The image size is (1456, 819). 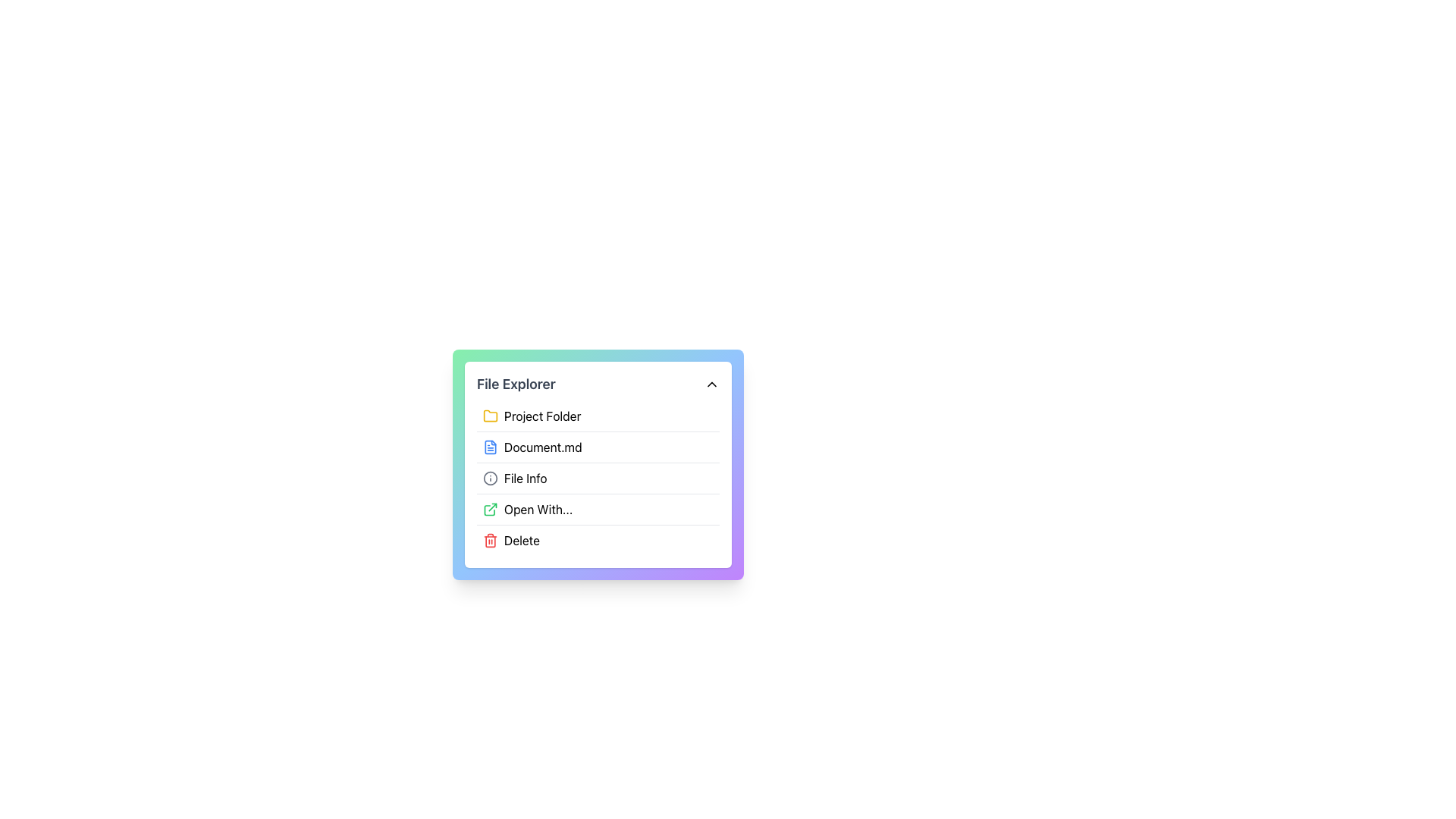 I want to click on the delete icon element, which visually represents the delete action in the dropdown menu, so click(x=491, y=540).